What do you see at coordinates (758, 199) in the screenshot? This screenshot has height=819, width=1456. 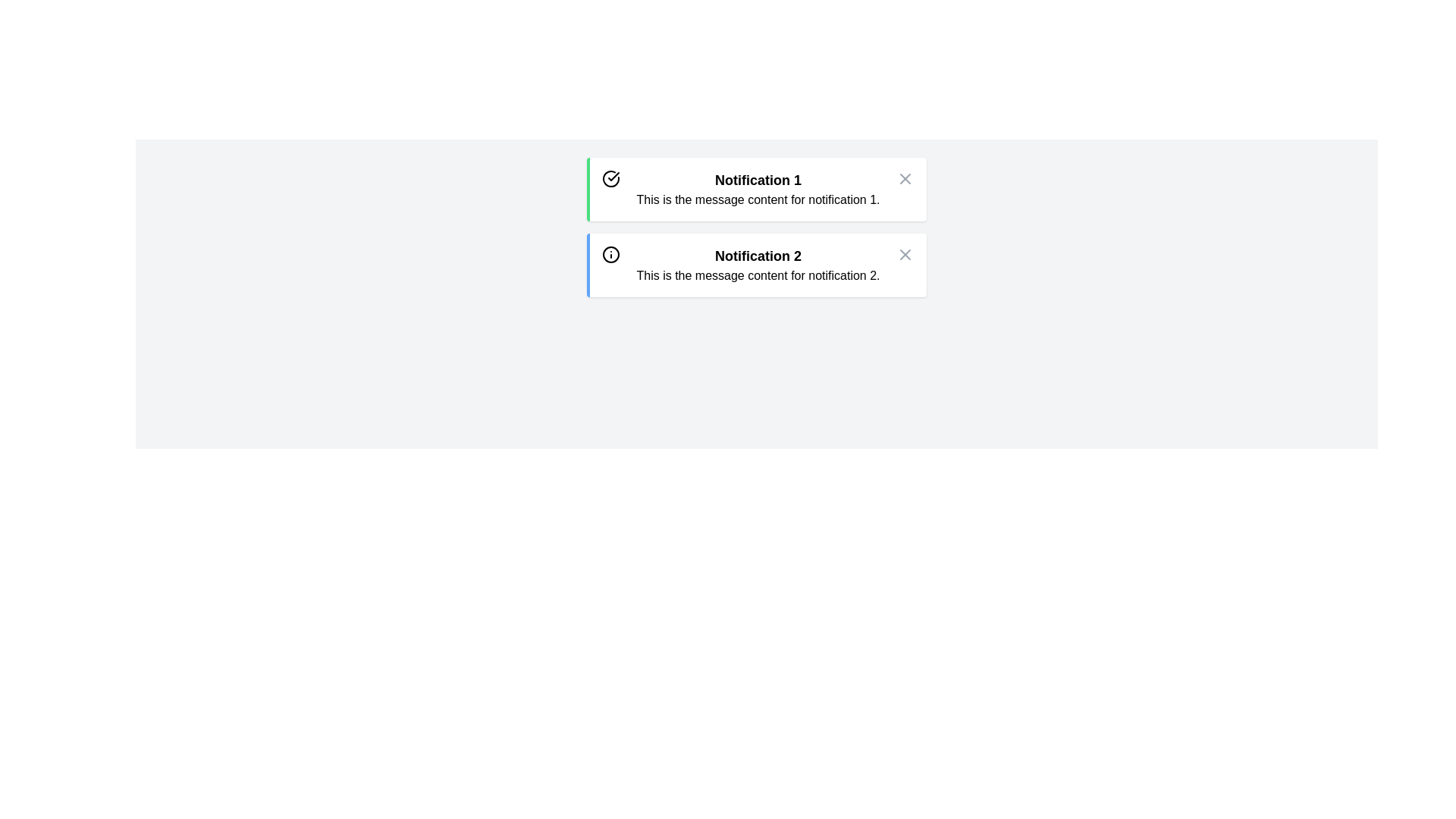 I see `the text label displaying the message 'This is the message content for notification 1.' located below the title 'Notification 1' in the top notification panel` at bounding box center [758, 199].